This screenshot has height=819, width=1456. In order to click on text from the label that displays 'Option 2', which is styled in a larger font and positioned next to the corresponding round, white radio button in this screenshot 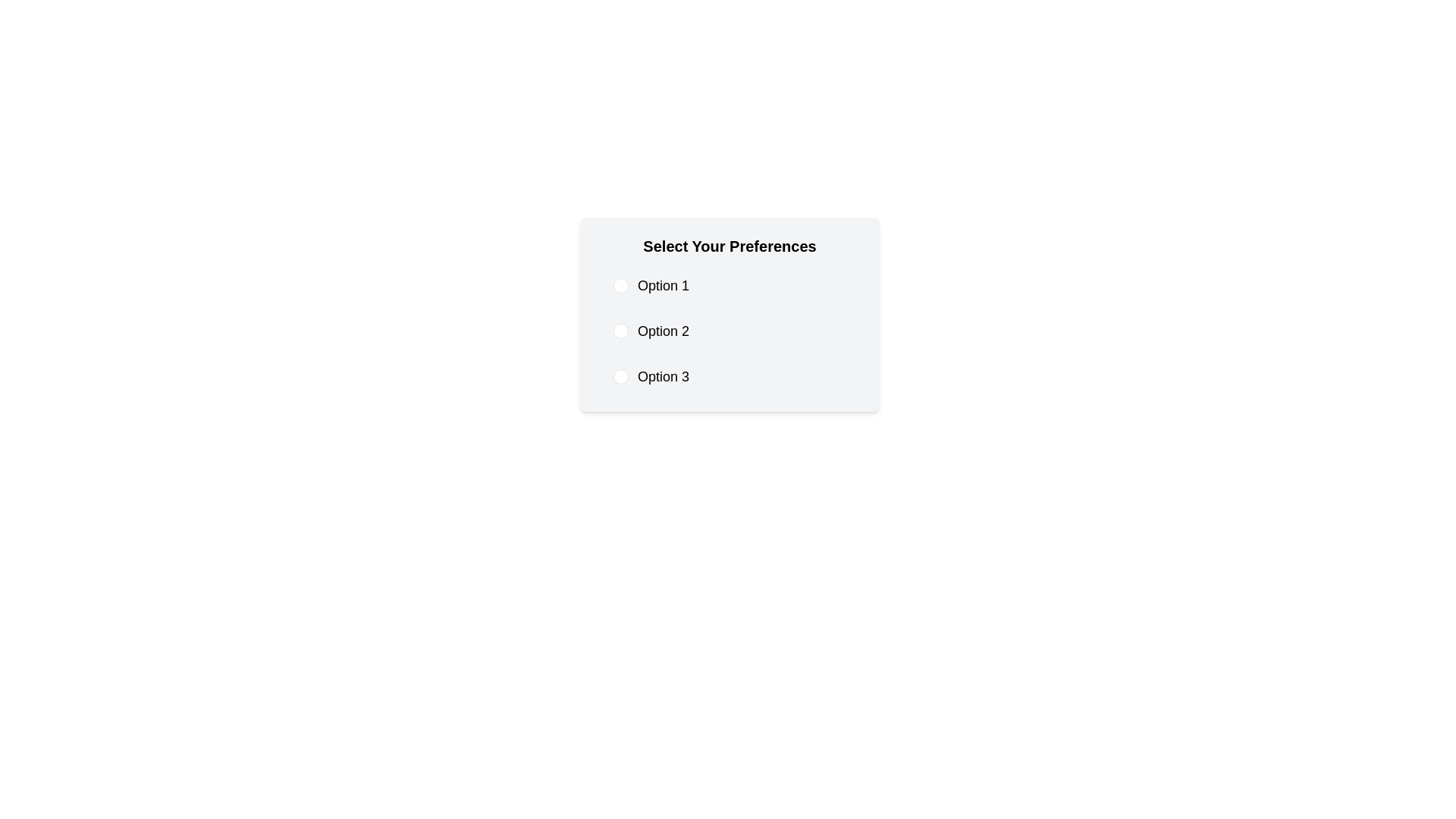, I will do `click(663, 330)`.